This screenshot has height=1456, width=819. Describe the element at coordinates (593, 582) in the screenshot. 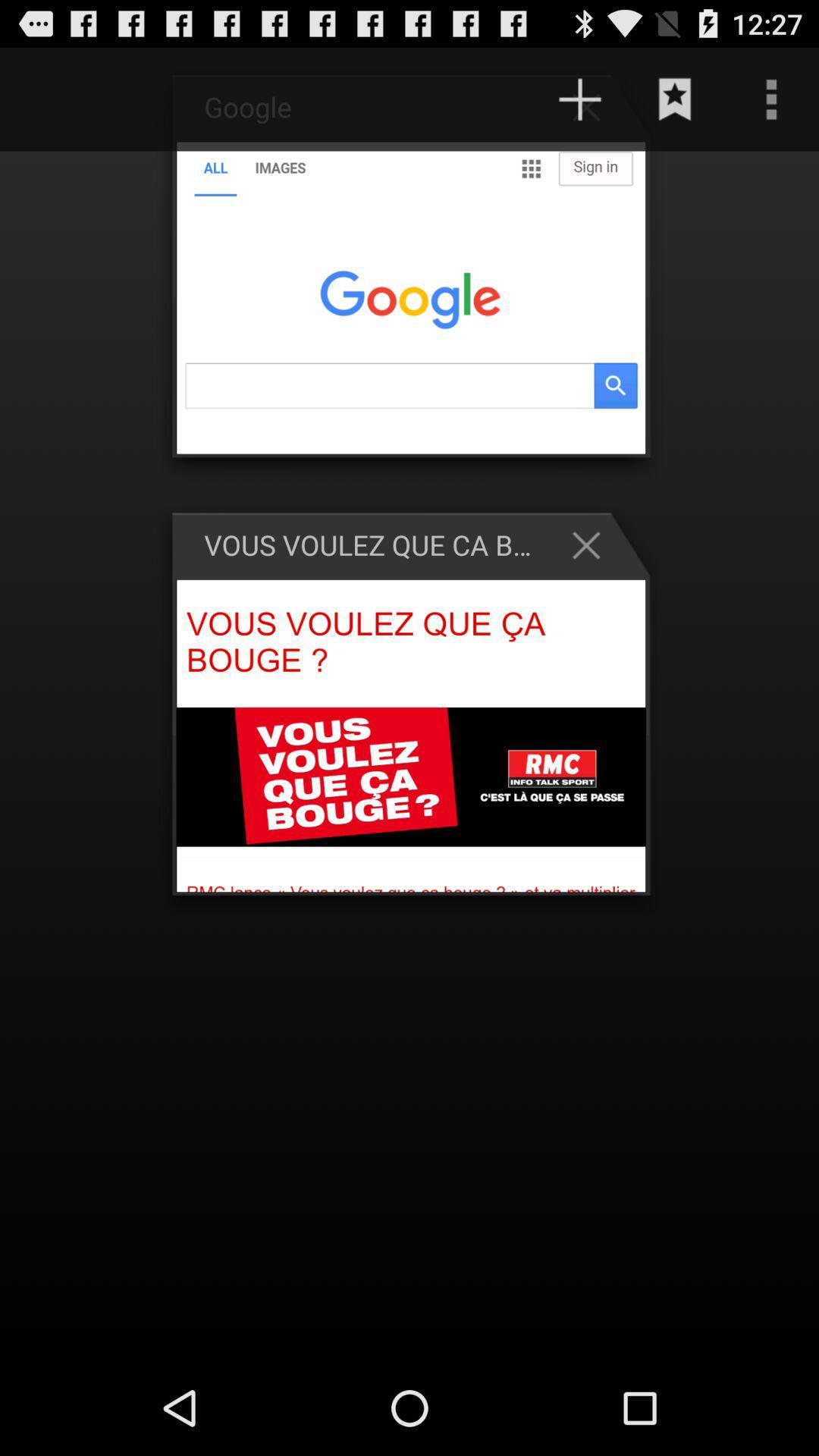

I see `the close icon` at that location.